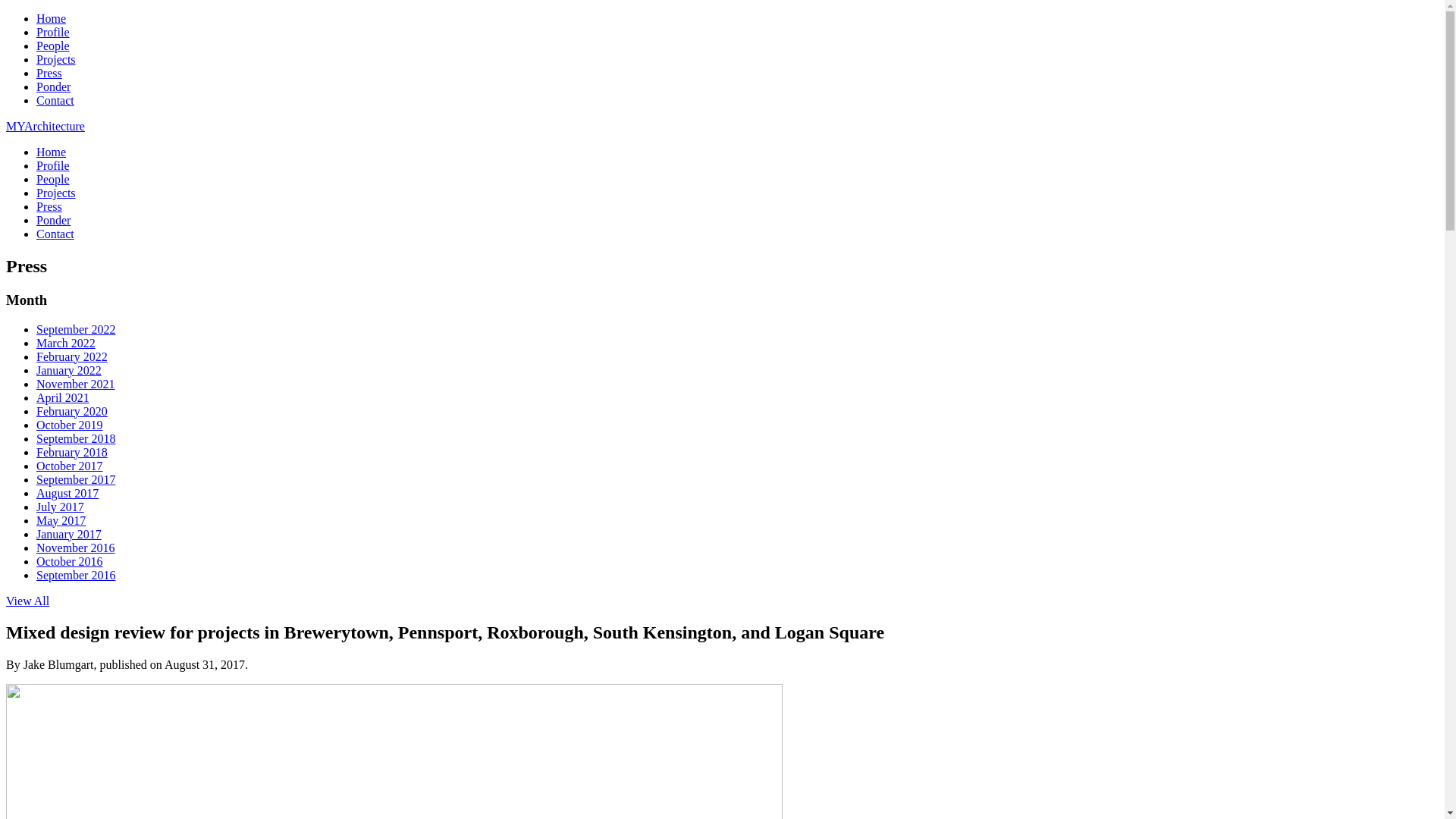 The height and width of the screenshot is (819, 1456). What do you see at coordinates (55, 100) in the screenshot?
I see `'Contact'` at bounding box center [55, 100].